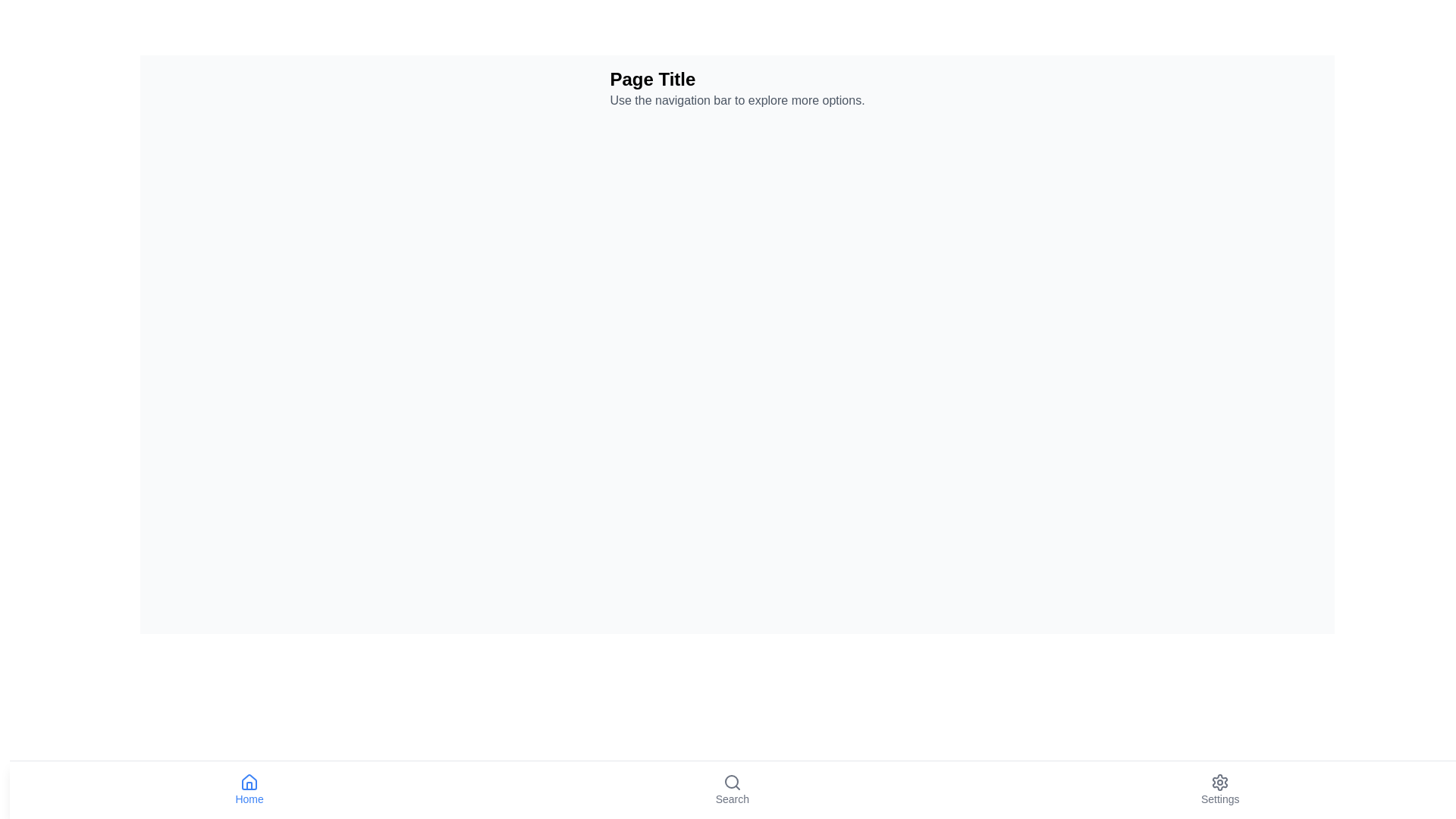 The height and width of the screenshot is (819, 1456). I want to click on the magnifying glass icon in the bottom navigation bar, so click(732, 783).